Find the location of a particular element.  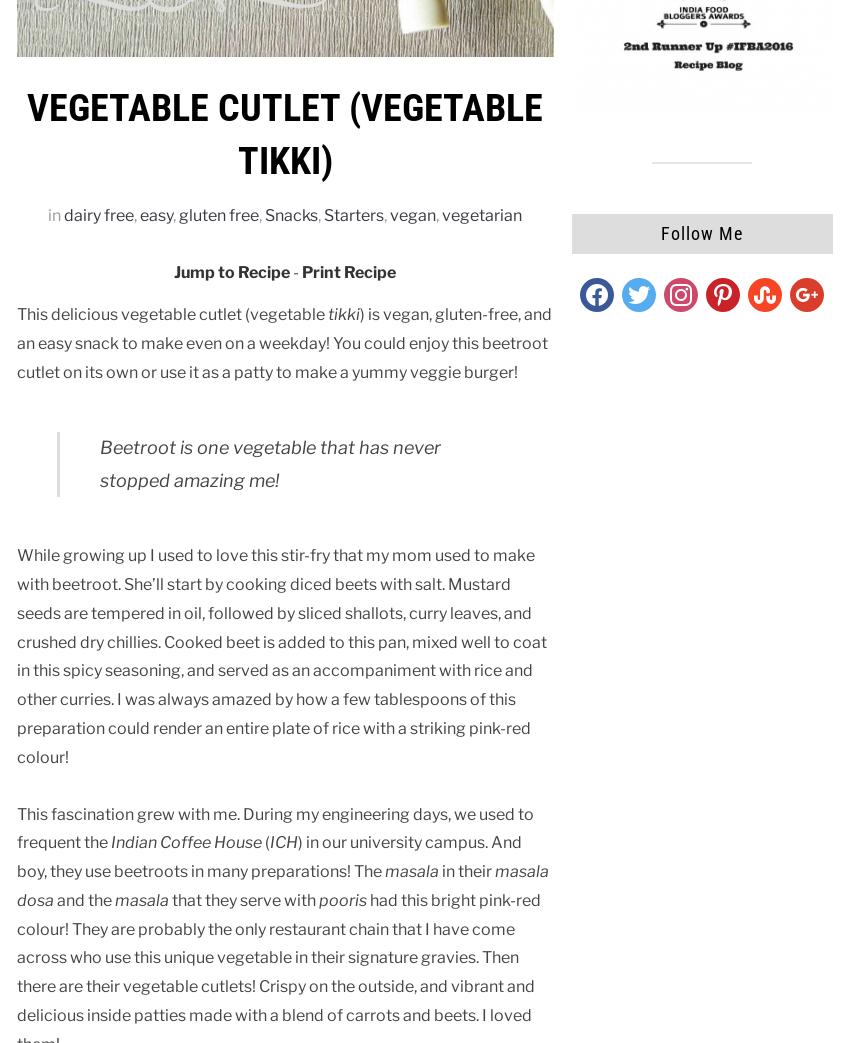

'easy' is located at coordinates (156, 214).